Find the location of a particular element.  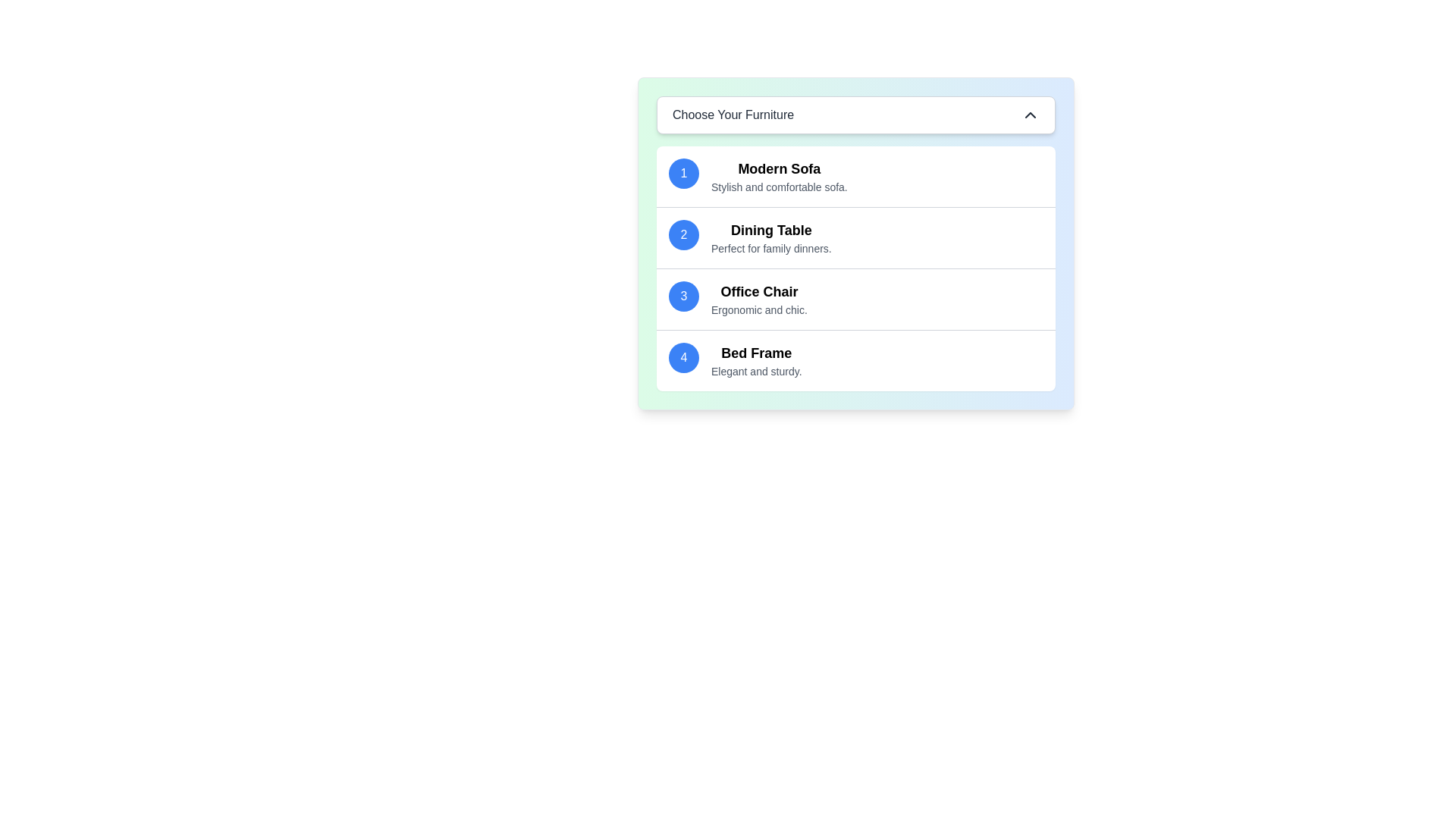

the second item in the list representing 'Dining Table', which provides a brief description 'Perfect for family dinners.' is located at coordinates (855, 237).